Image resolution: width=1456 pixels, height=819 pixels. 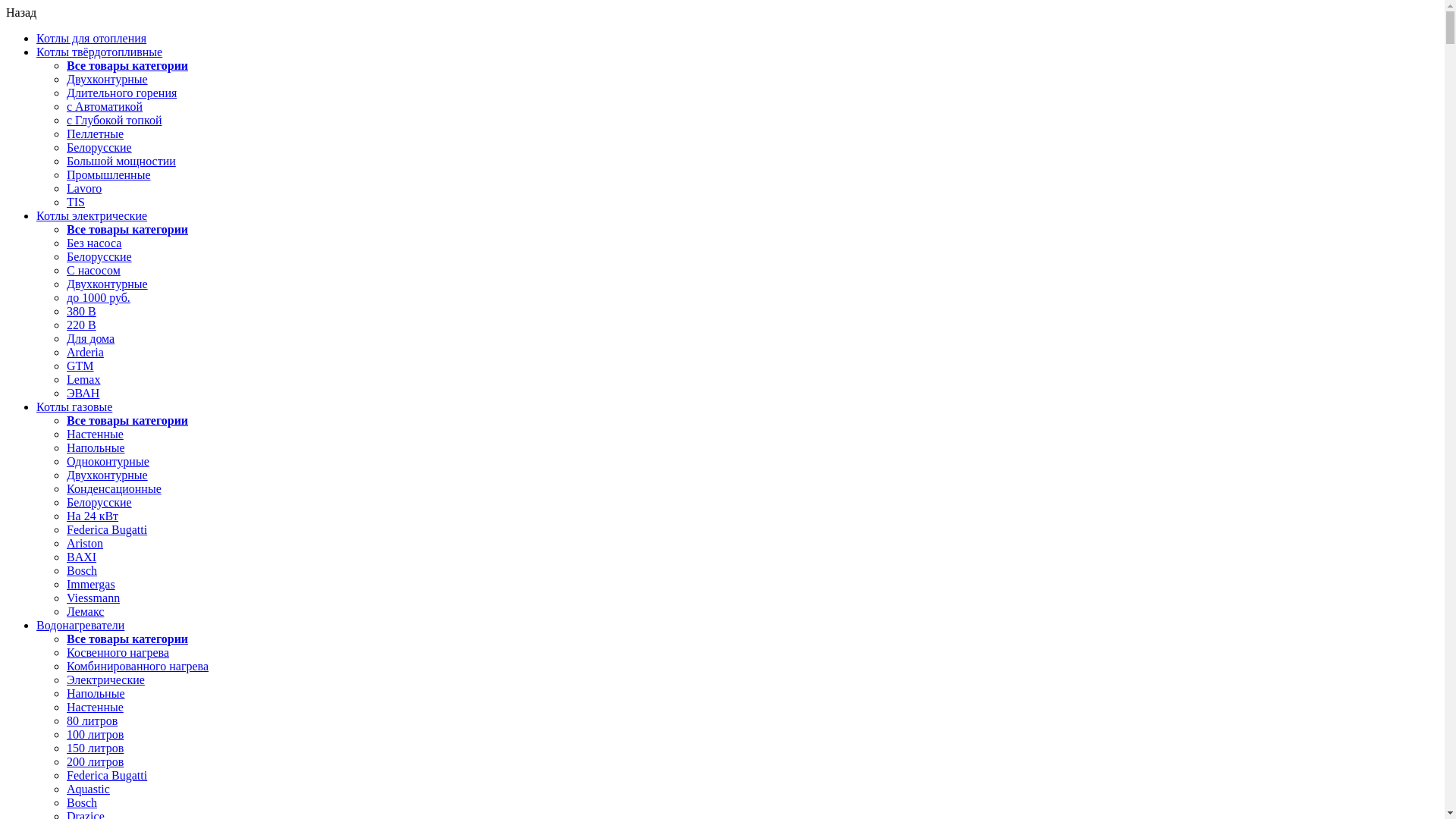 What do you see at coordinates (79, 366) in the screenshot?
I see `'GTM'` at bounding box center [79, 366].